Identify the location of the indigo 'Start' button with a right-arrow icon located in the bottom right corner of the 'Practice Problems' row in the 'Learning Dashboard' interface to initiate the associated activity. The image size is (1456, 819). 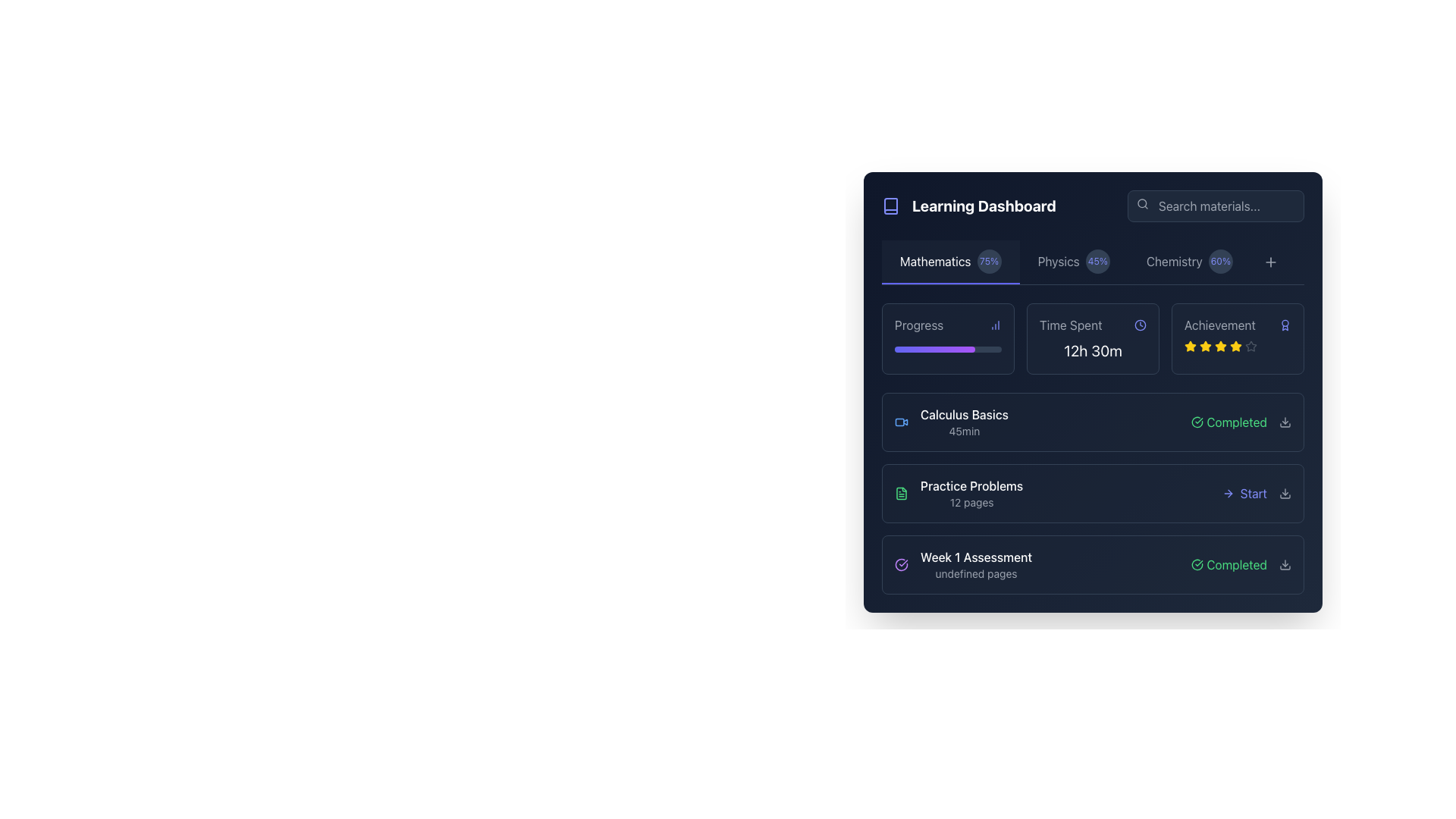
(1244, 494).